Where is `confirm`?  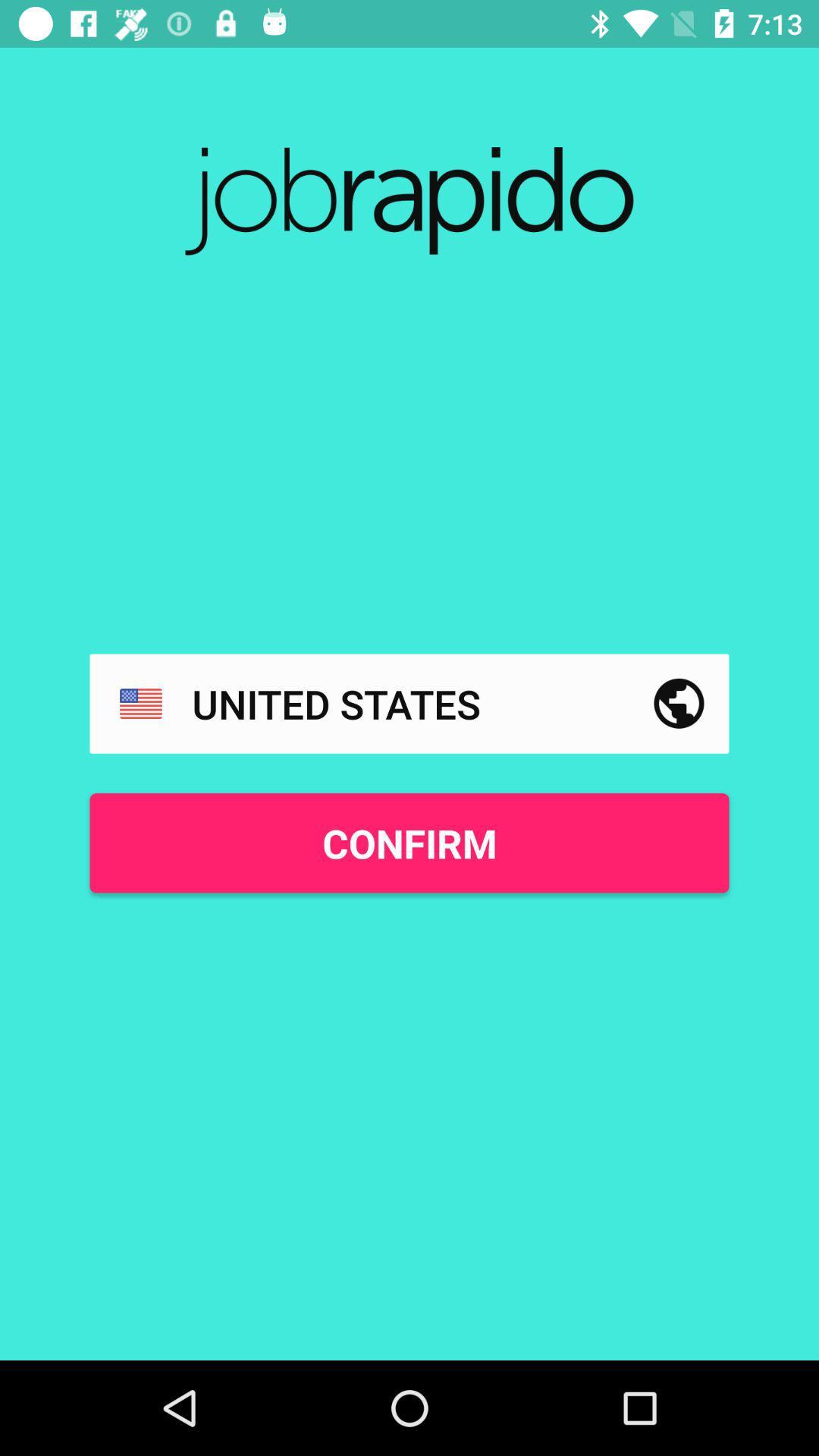 confirm is located at coordinates (409, 842).